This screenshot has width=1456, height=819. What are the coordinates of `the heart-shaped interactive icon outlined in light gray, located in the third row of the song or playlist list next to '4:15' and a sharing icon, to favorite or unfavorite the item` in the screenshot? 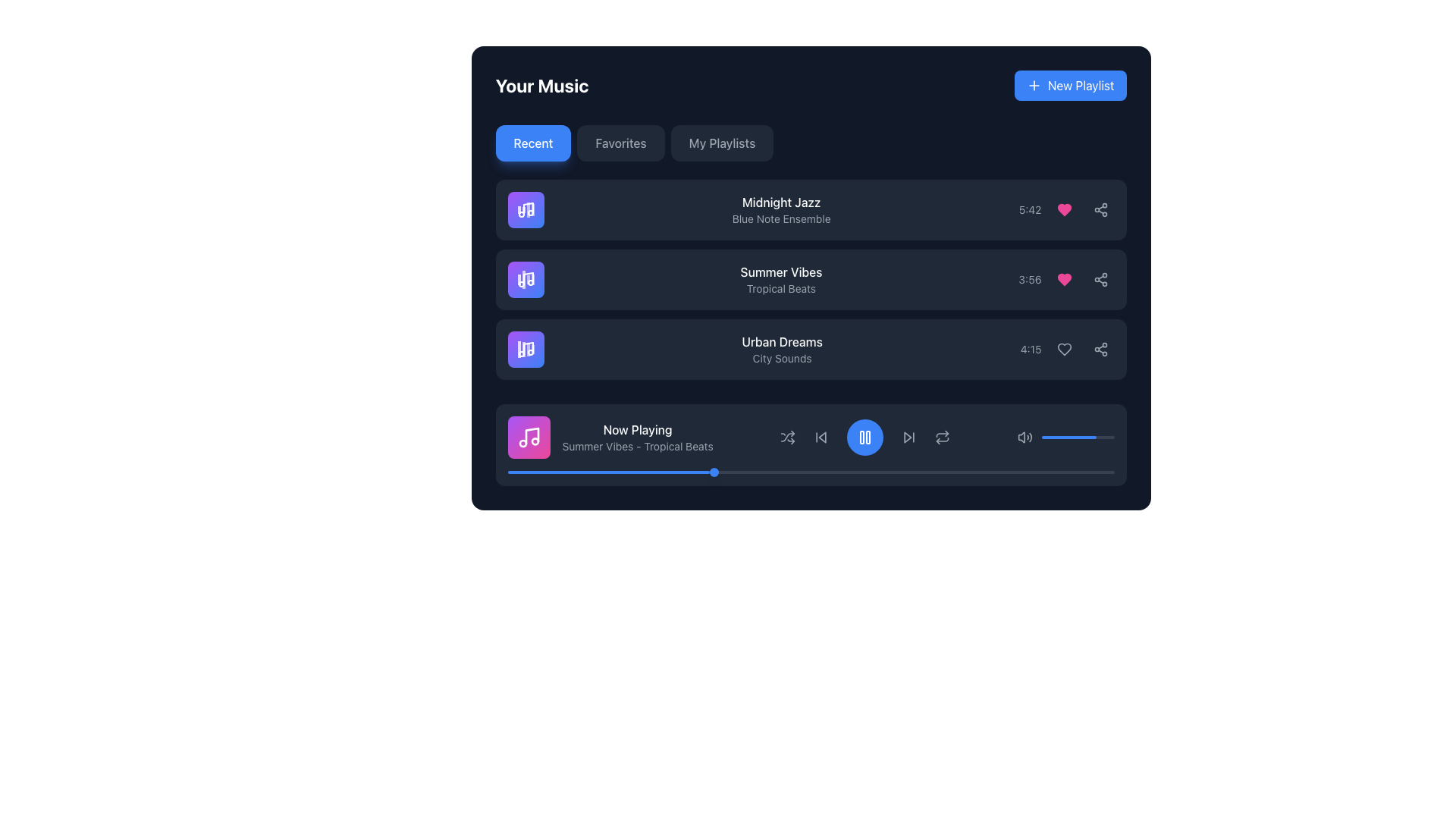 It's located at (1063, 350).